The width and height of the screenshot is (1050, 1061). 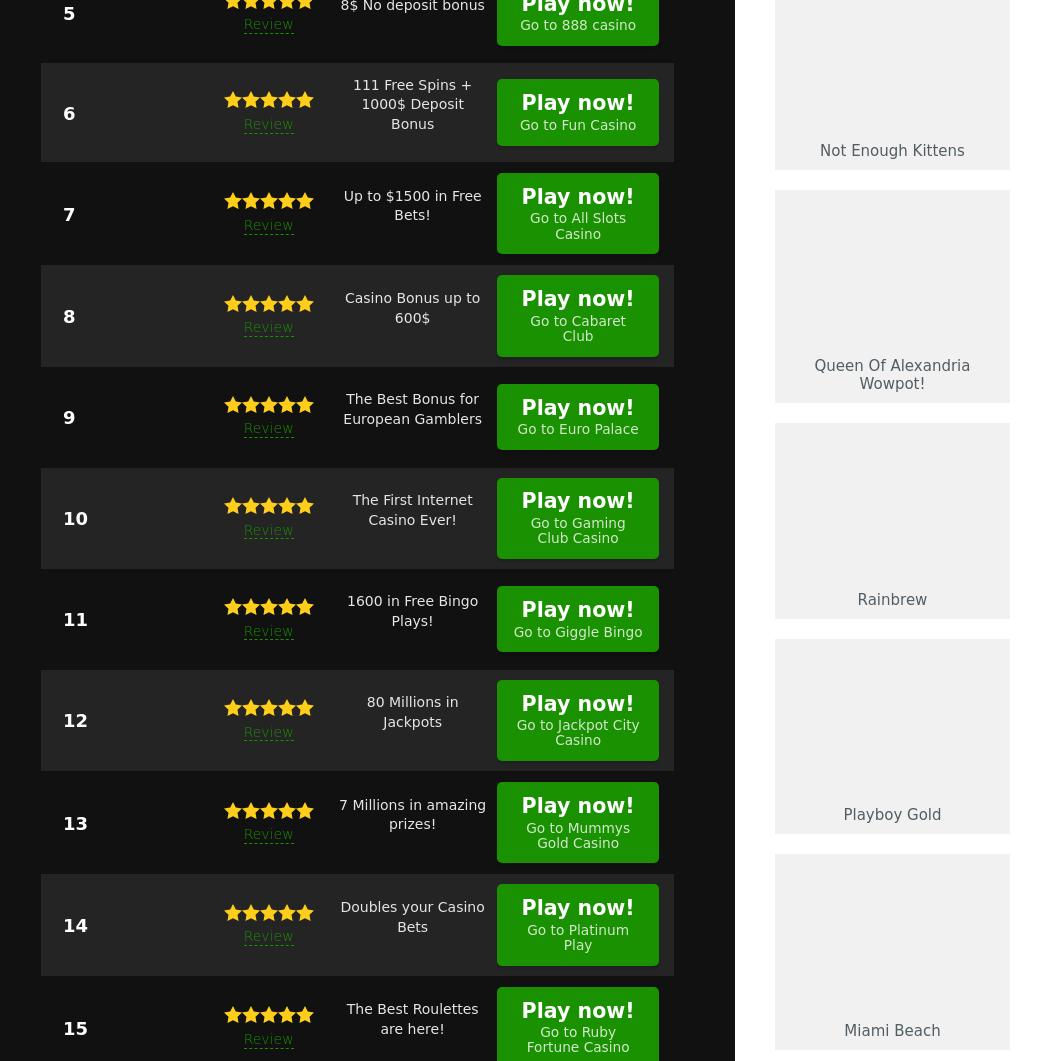 I want to click on 'Go to Cabaret Club', so click(x=576, y=326).